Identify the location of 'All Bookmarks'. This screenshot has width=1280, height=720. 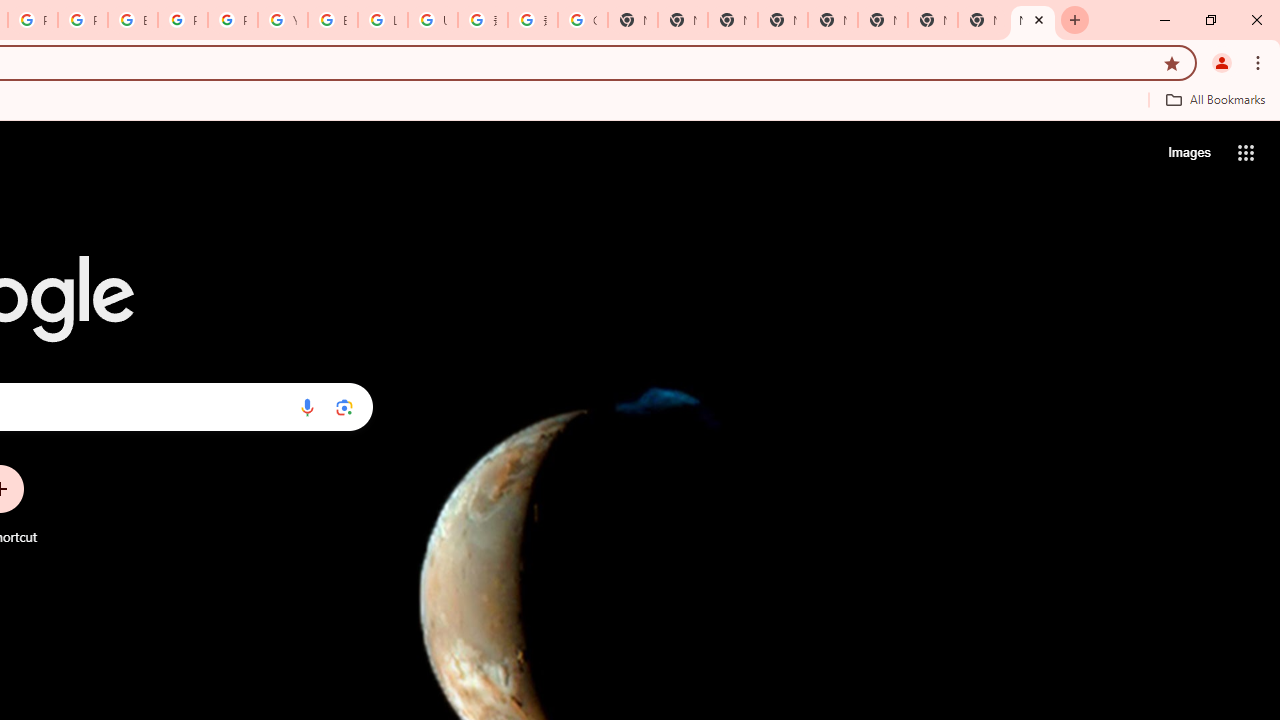
(1214, 99).